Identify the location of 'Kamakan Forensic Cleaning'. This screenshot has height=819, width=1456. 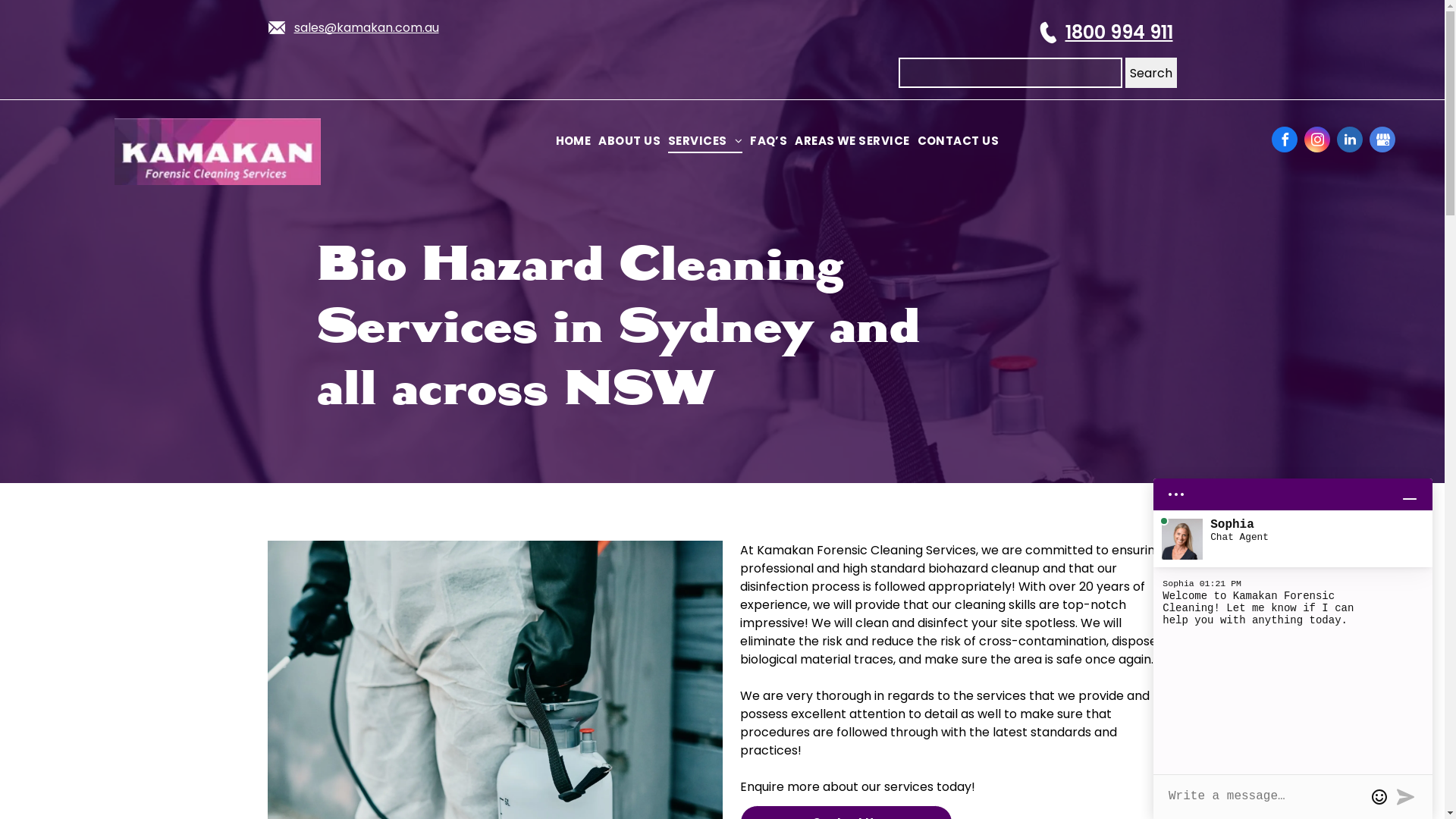
(217, 152).